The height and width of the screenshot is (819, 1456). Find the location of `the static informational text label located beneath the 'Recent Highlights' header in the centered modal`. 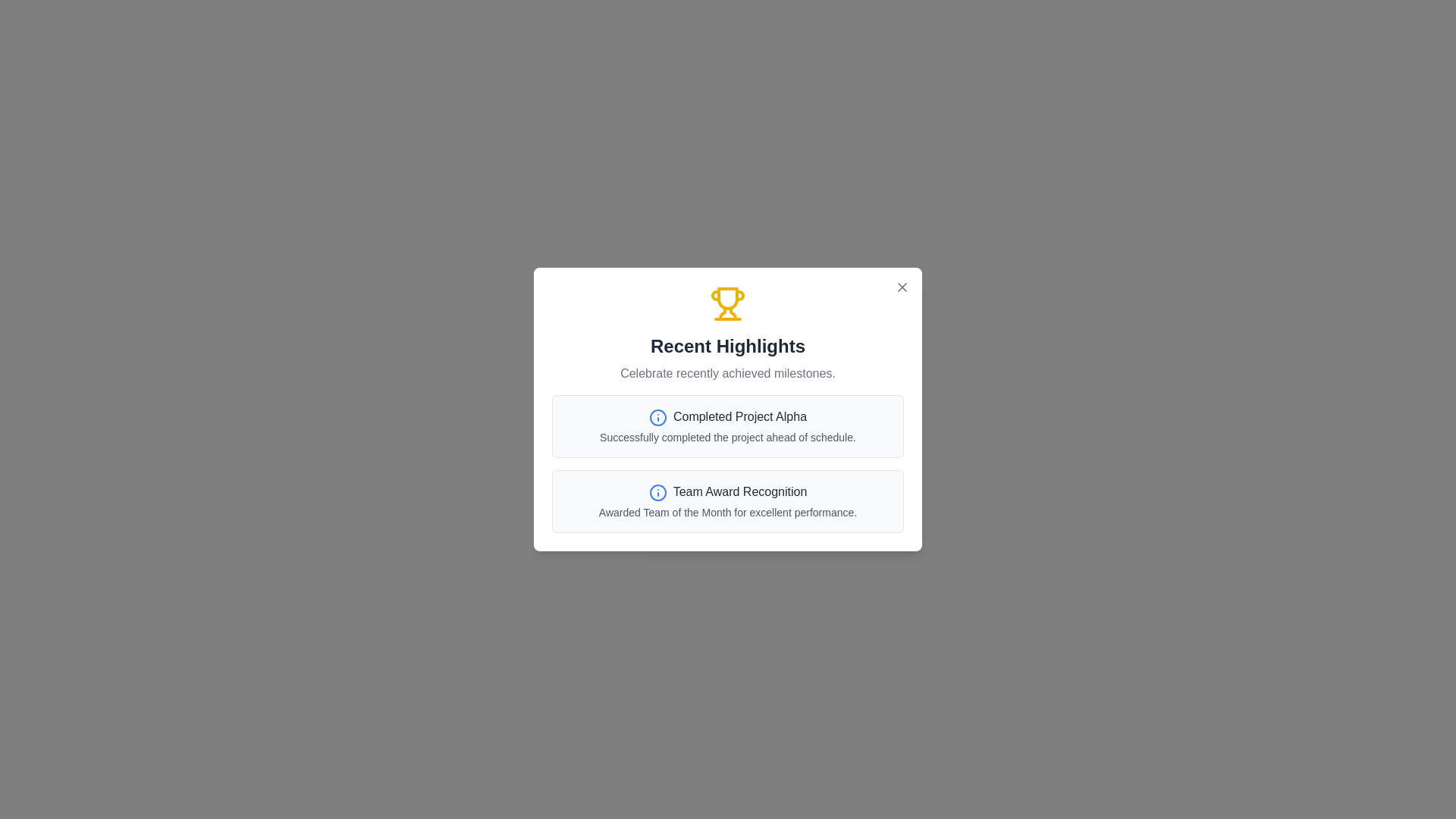

the static informational text label located beneath the 'Recent Highlights' header in the centered modal is located at coordinates (728, 374).